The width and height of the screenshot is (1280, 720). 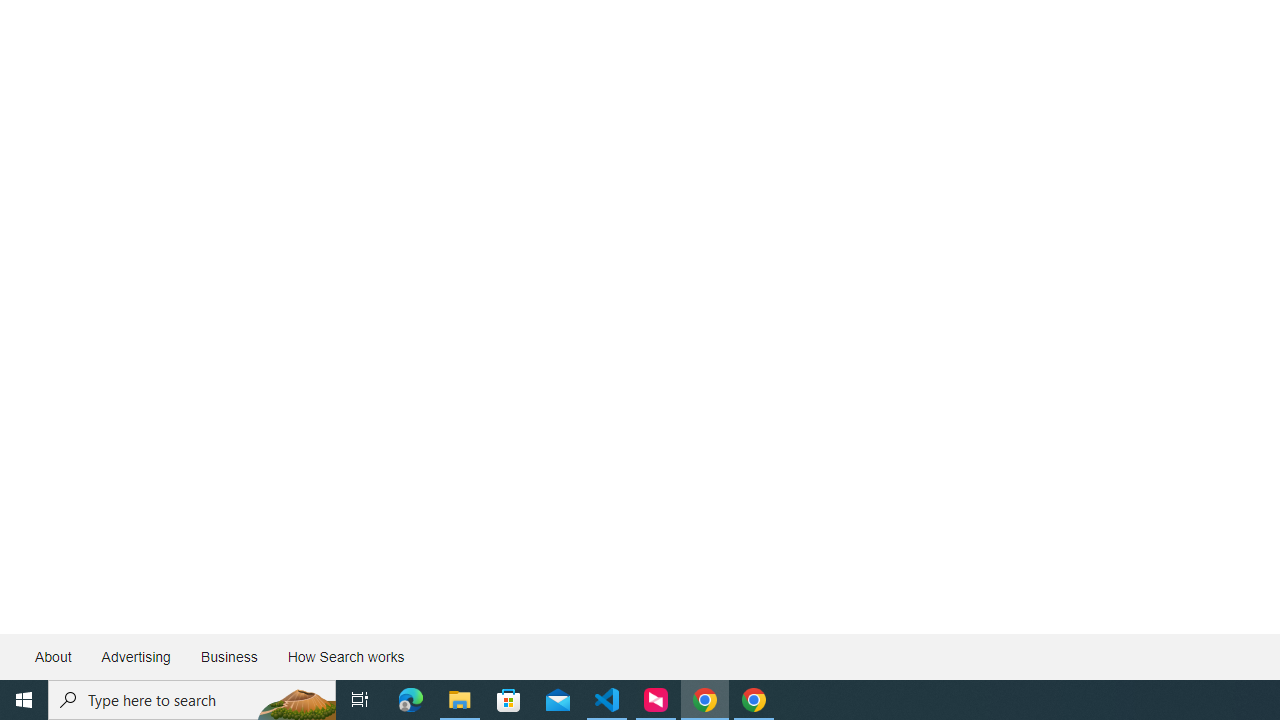 I want to click on 'Advertising', so click(x=134, y=657).